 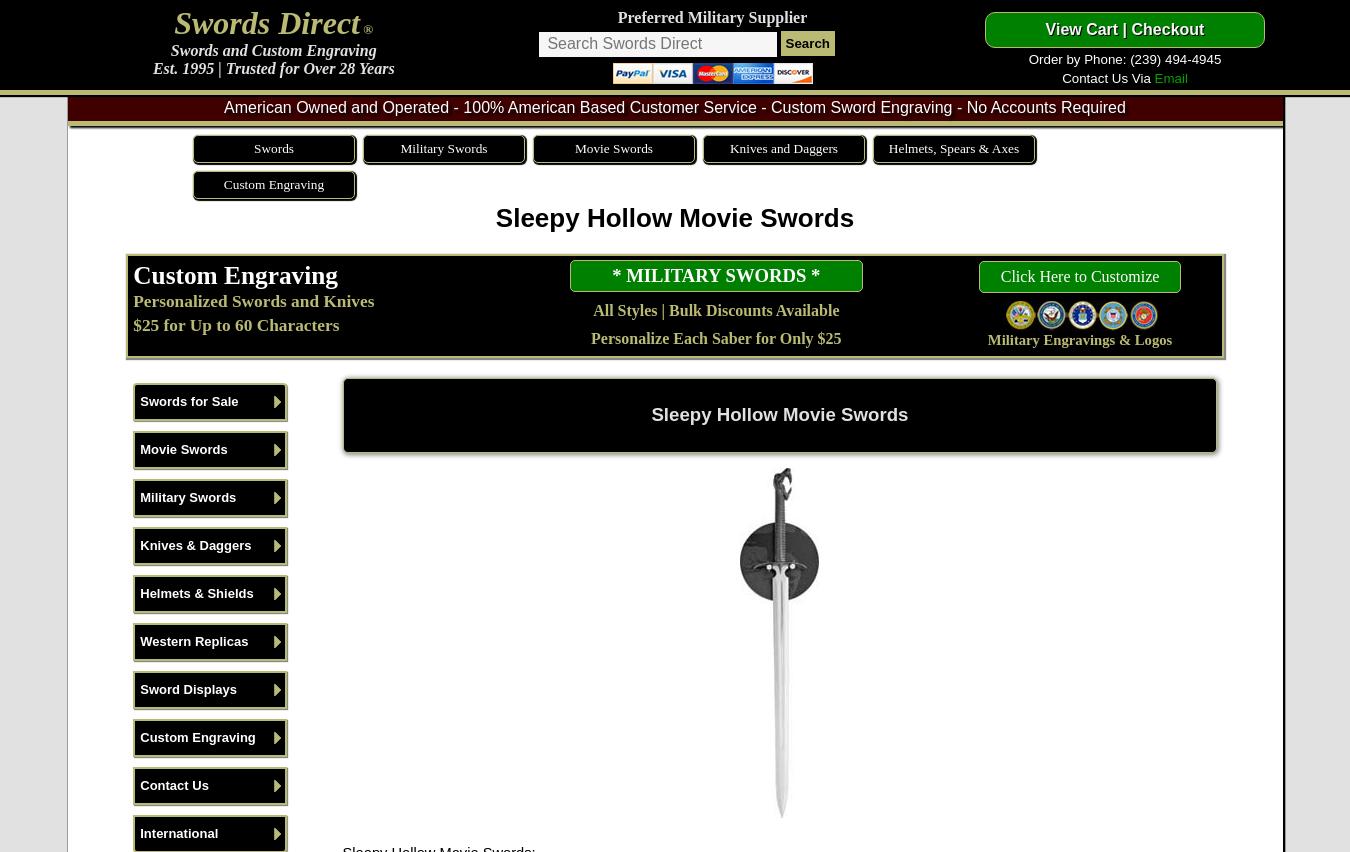 I want to click on 'Contact Us Via', so click(x=1107, y=77).